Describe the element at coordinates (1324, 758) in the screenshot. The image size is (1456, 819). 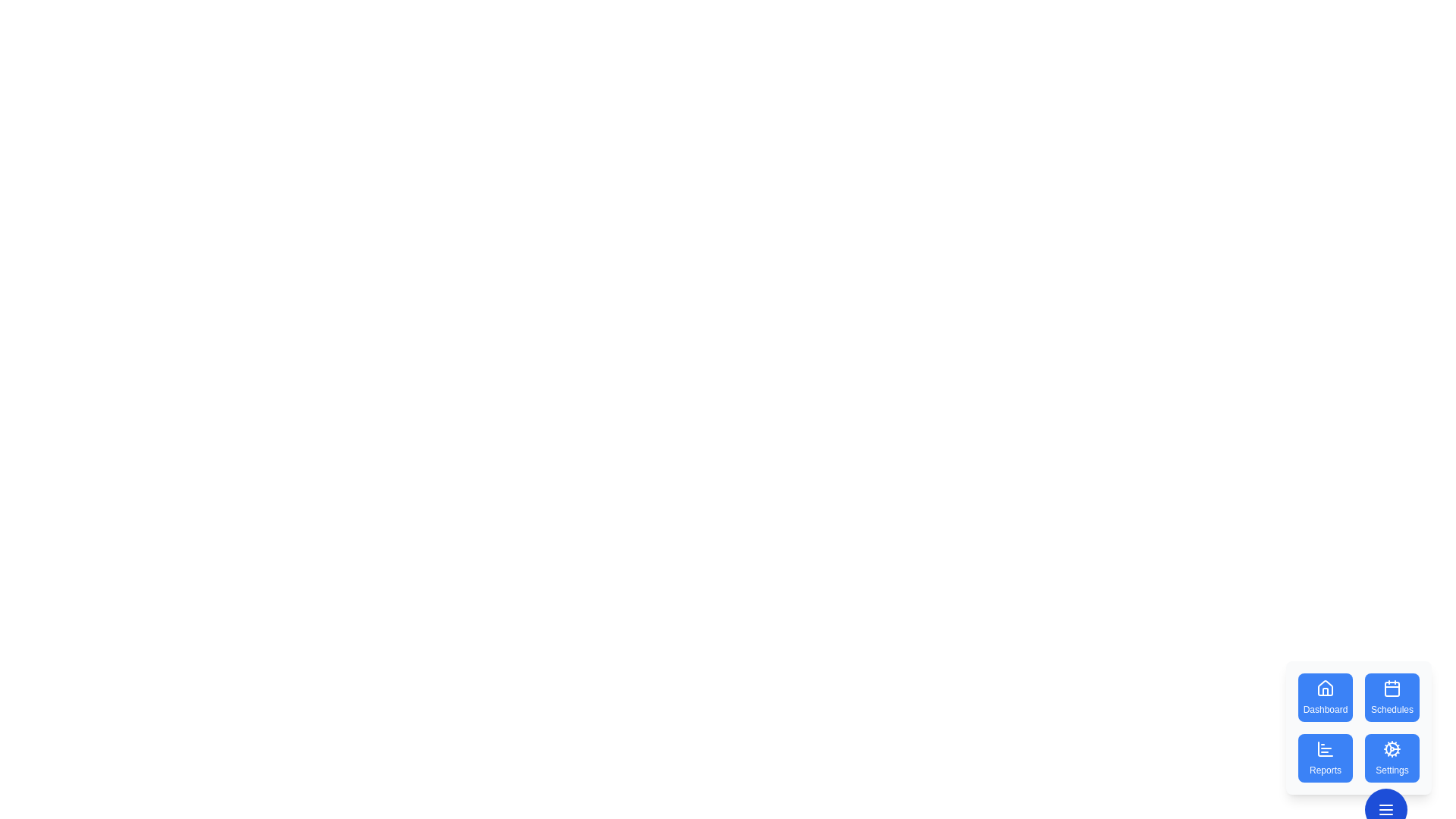
I see `the Reports button to select the corresponding action` at that location.